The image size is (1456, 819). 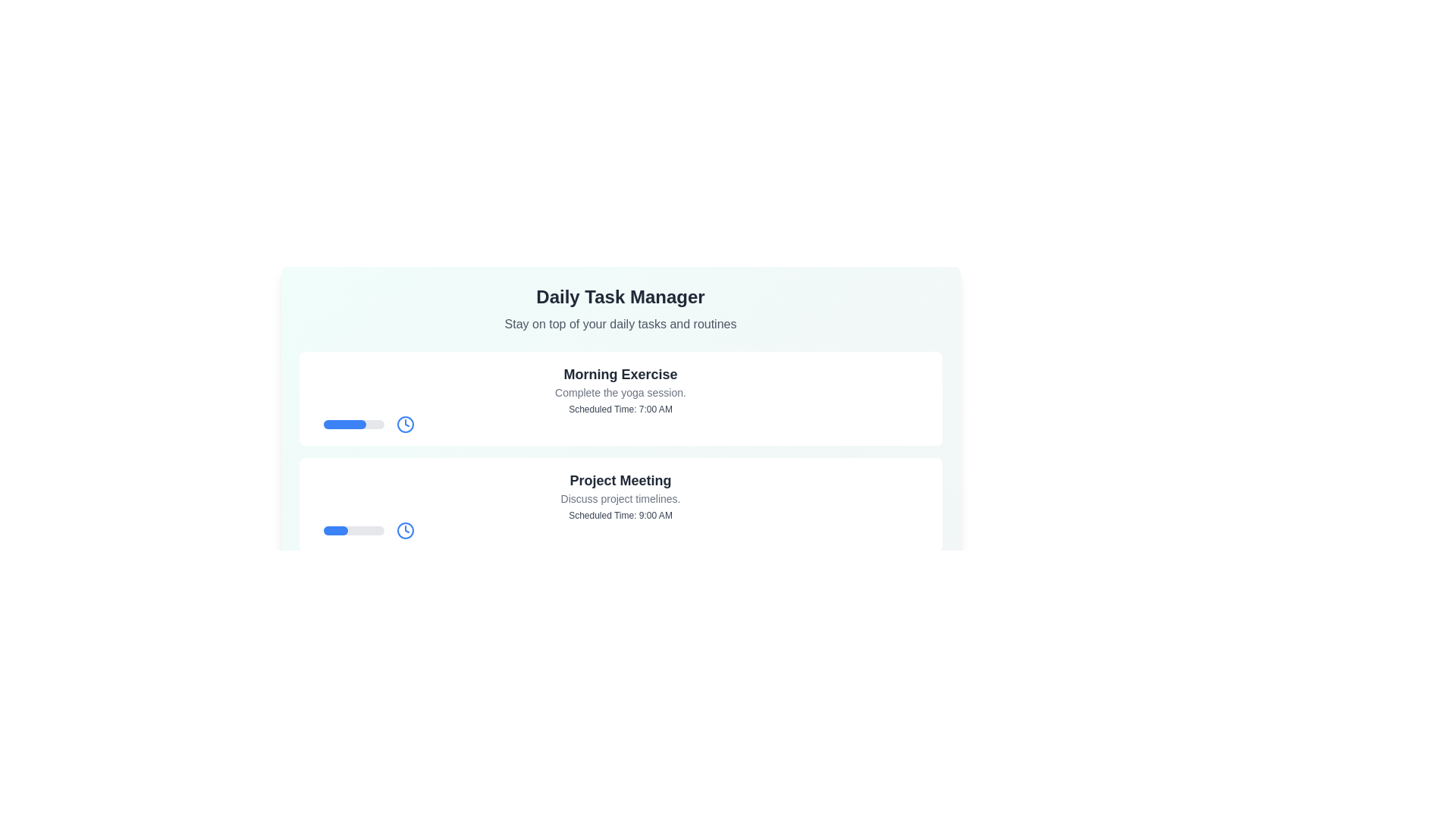 I want to click on the clock icon with a blue outline located next to the 'Morning Exercise' task's progress bar, so click(x=405, y=424).